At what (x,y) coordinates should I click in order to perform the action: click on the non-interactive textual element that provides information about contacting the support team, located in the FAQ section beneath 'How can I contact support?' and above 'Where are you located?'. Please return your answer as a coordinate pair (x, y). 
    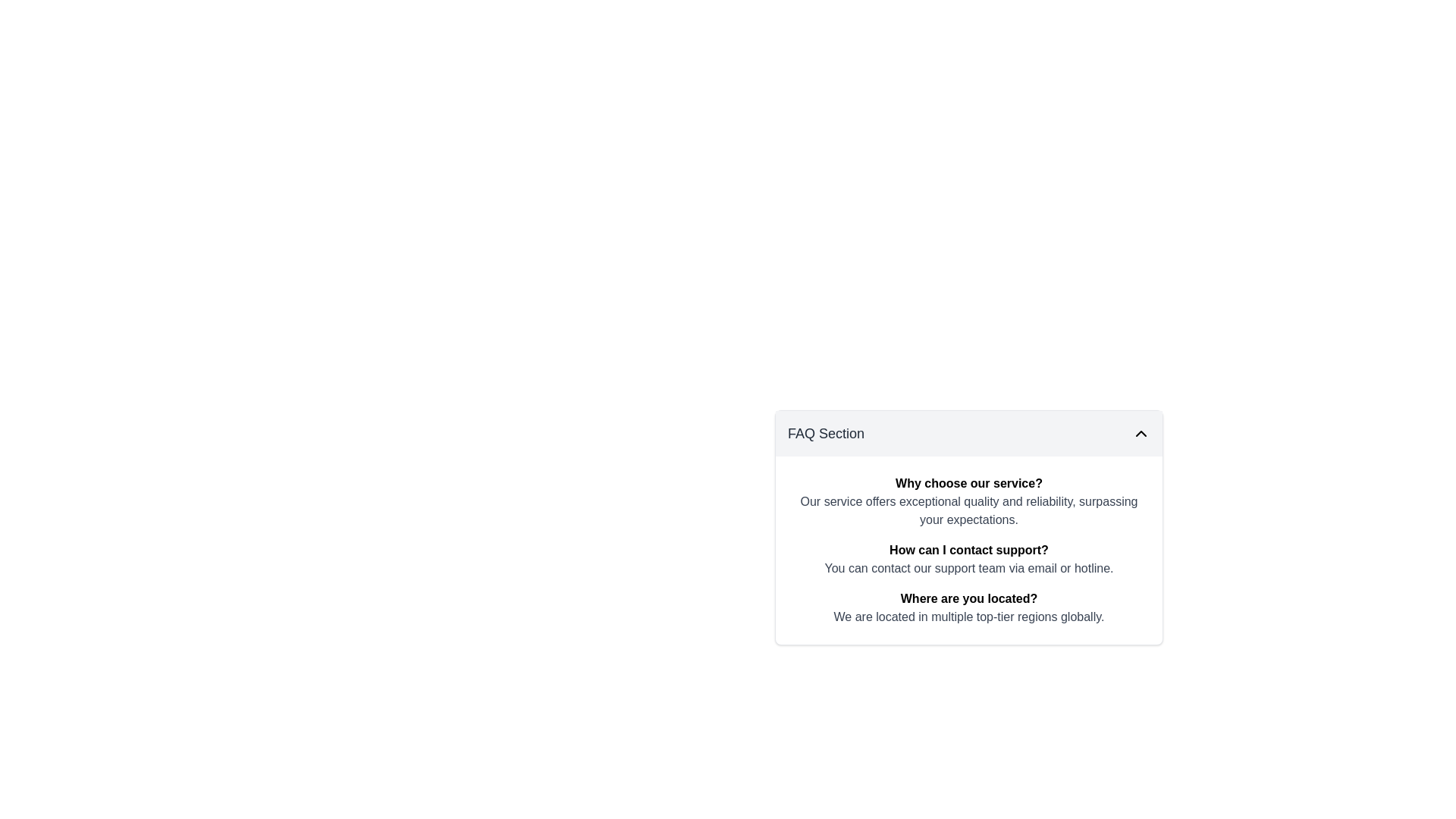
    Looking at the image, I should click on (968, 568).